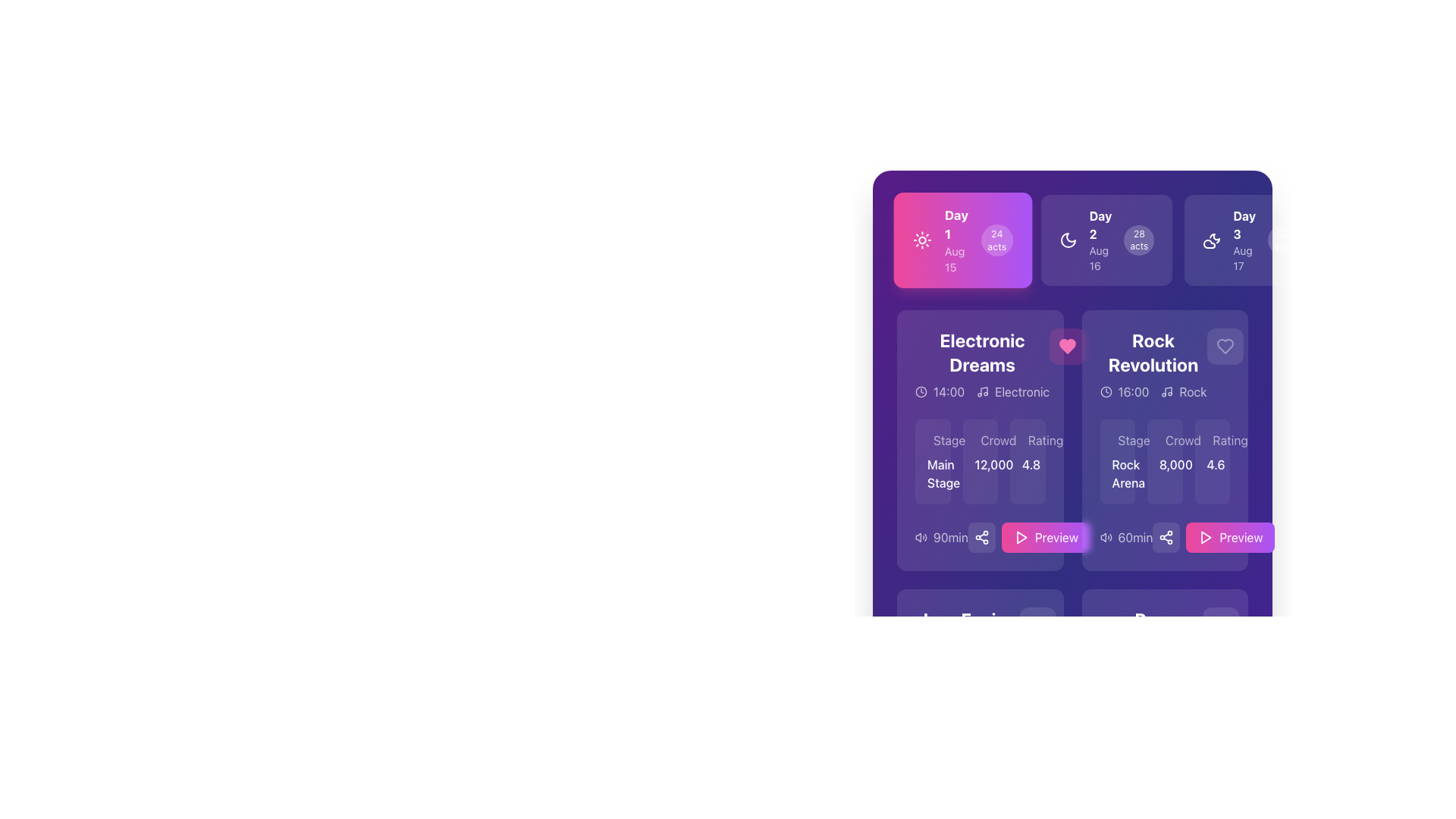 The image size is (1456, 819). What do you see at coordinates (981, 537) in the screenshot?
I see `the button resembling a share or connection symbol, located below the 'Electronic Dreams' event description section` at bounding box center [981, 537].